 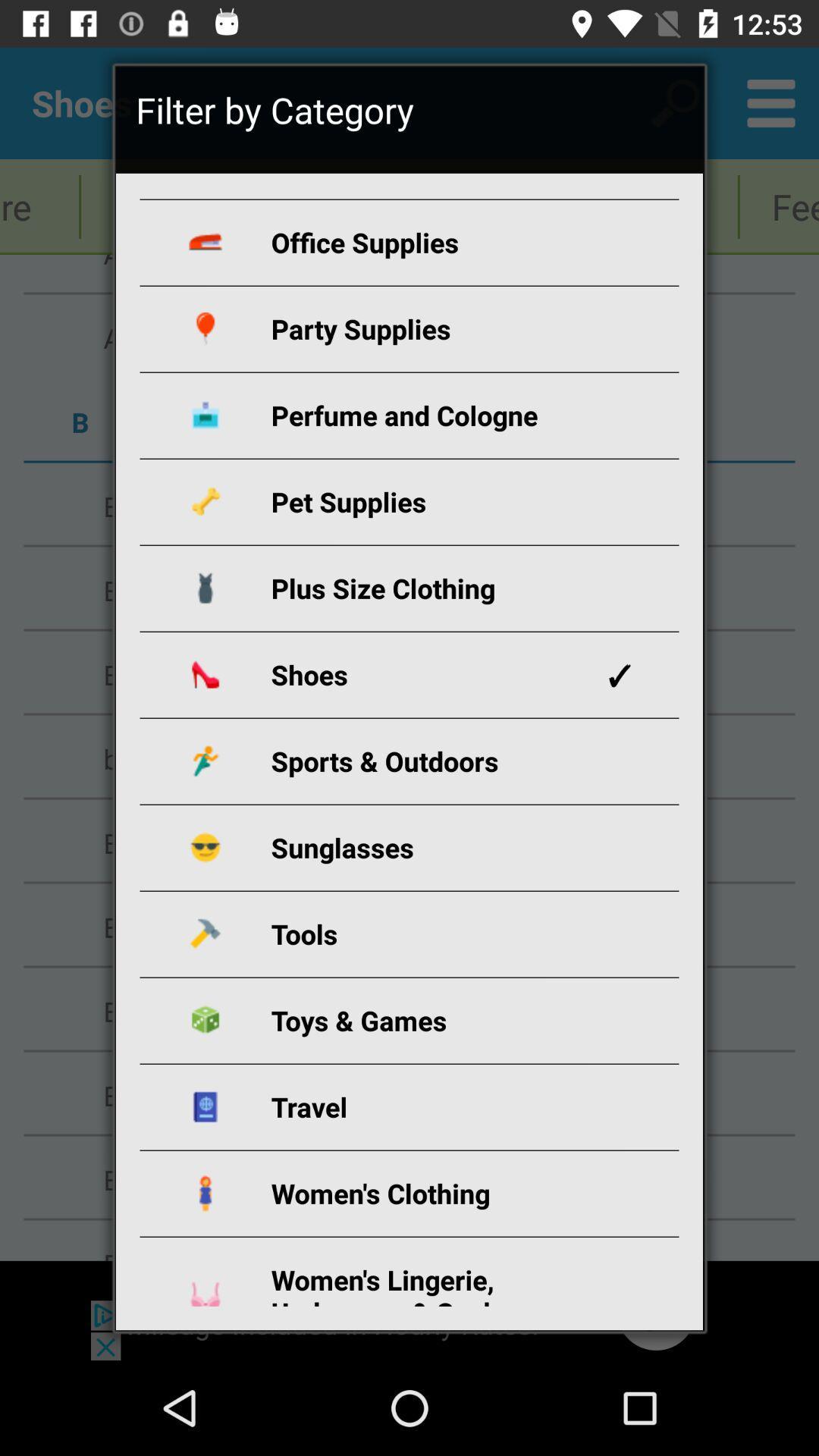 I want to click on plus size clothing, so click(x=427, y=587).